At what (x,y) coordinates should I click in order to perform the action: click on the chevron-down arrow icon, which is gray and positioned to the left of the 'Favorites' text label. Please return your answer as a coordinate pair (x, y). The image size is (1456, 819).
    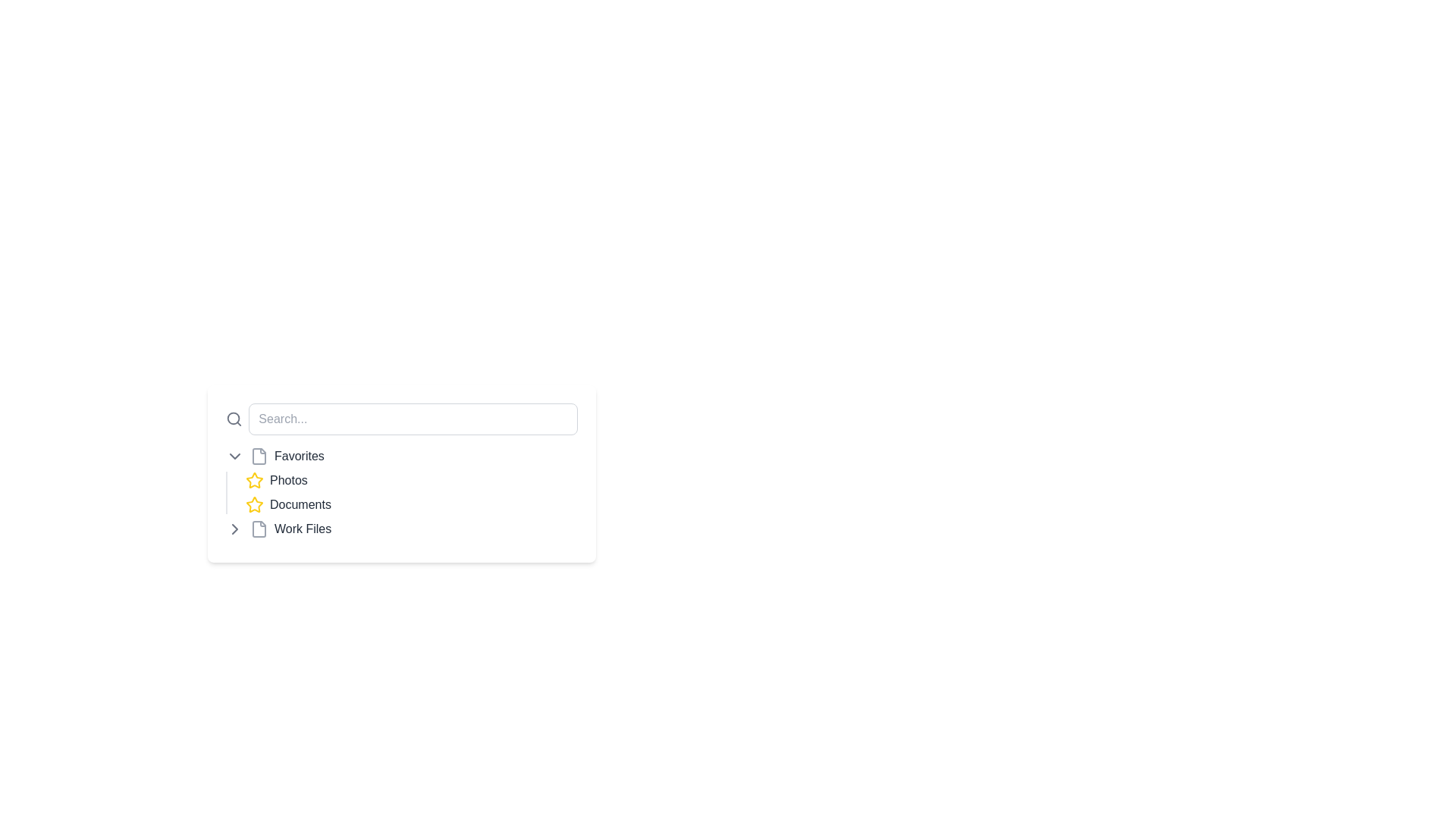
    Looking at the image, I should click on (234, 455).